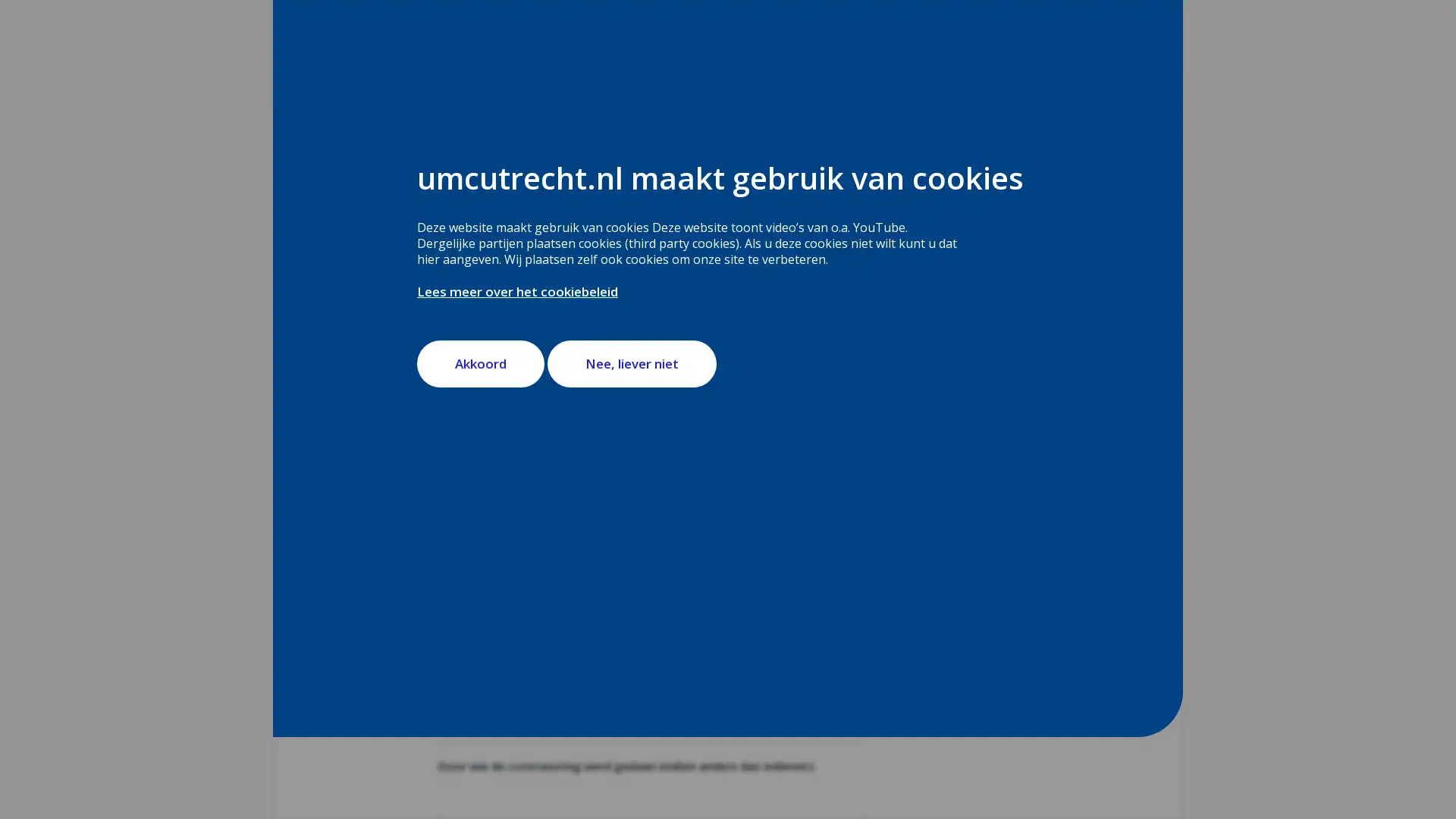  I want to click on ReadSpeaker webReader: Luister met webReader, so click(504, 281).